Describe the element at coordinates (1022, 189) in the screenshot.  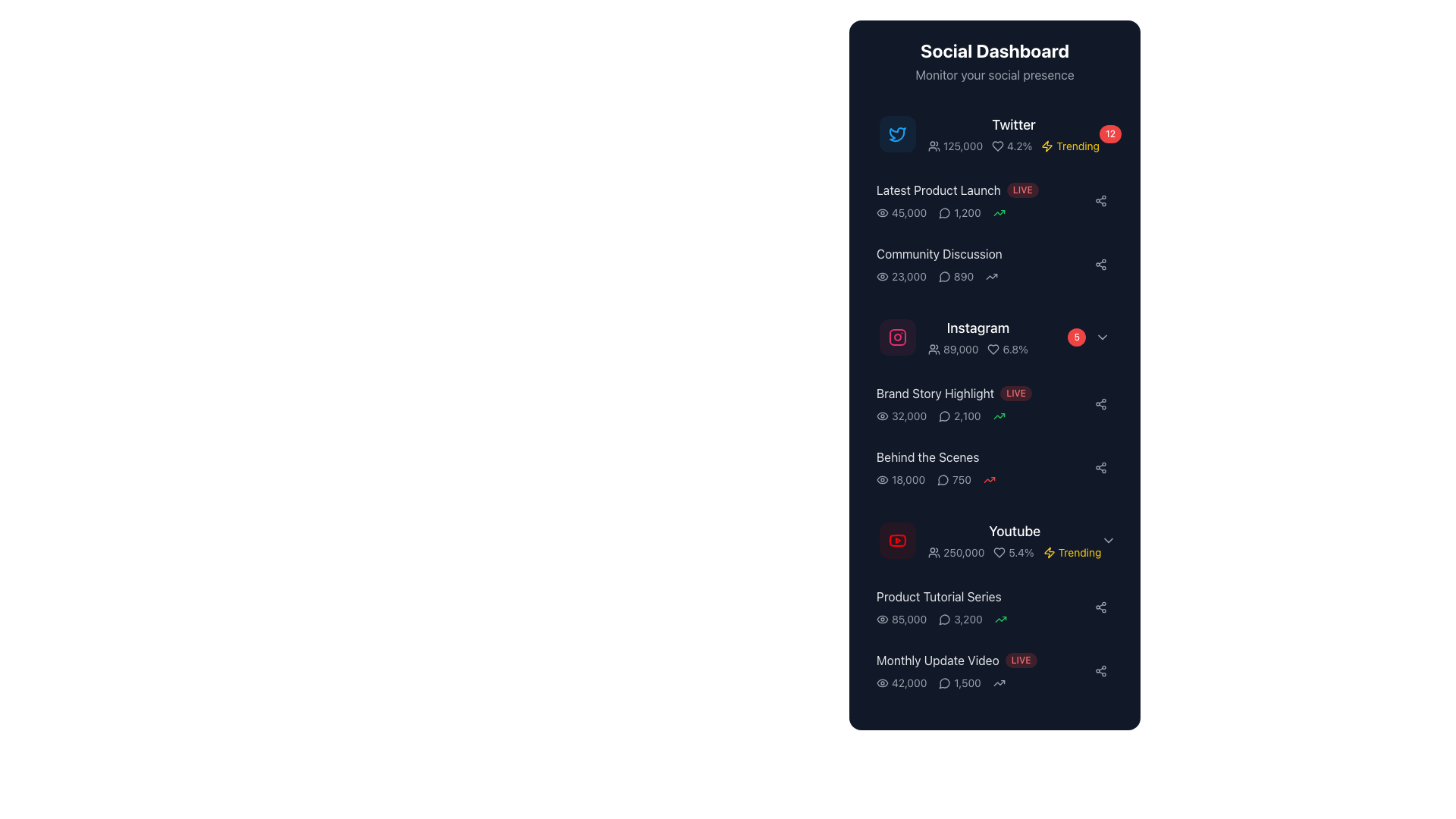
I see `the 'LIVE' status badge located immediately to the right of 'Latest Product Launch' in the Social Dashboard section` at that location.